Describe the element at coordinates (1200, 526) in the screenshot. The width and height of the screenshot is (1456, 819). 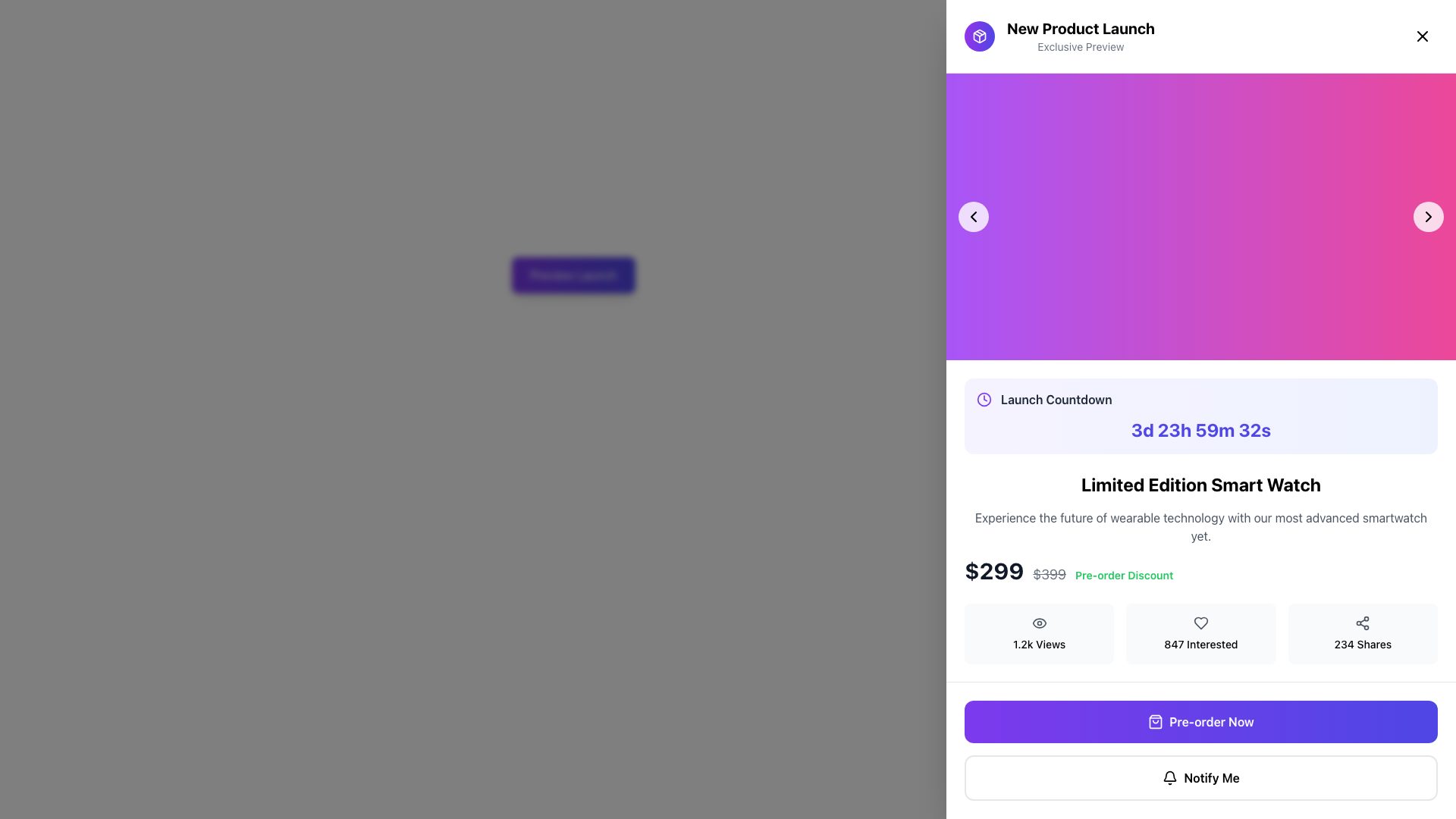
I see `the Text Content element that displays the message 'Experience the future of wearable technology with our most advanced smartwatch yet.' It is centrally aligned under the 'Limited Edition Smart Watch' heading` at that location.